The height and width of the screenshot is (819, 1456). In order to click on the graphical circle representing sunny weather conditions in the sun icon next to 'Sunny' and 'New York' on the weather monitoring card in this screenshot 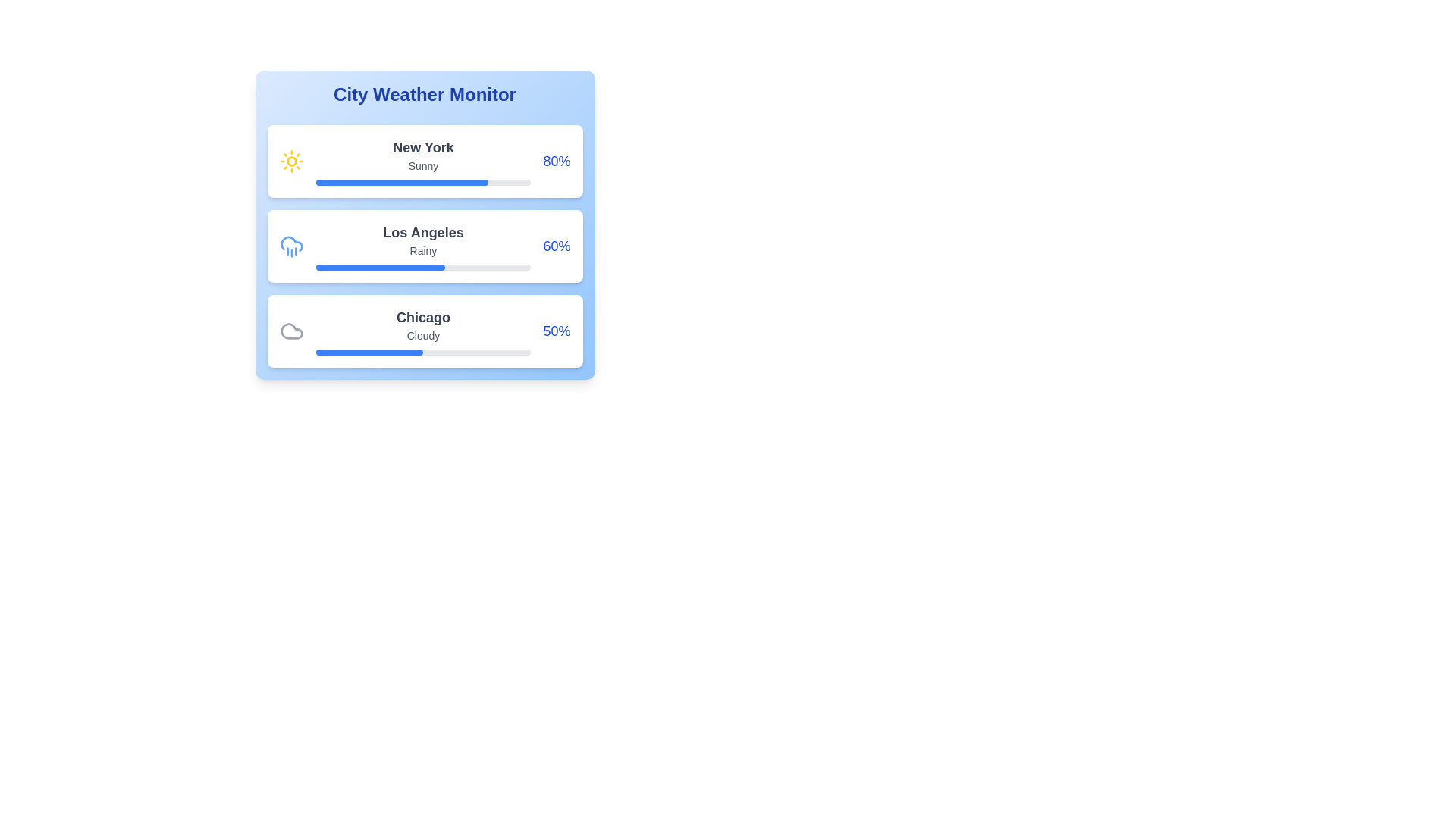, I will do `click(291, 161)`.